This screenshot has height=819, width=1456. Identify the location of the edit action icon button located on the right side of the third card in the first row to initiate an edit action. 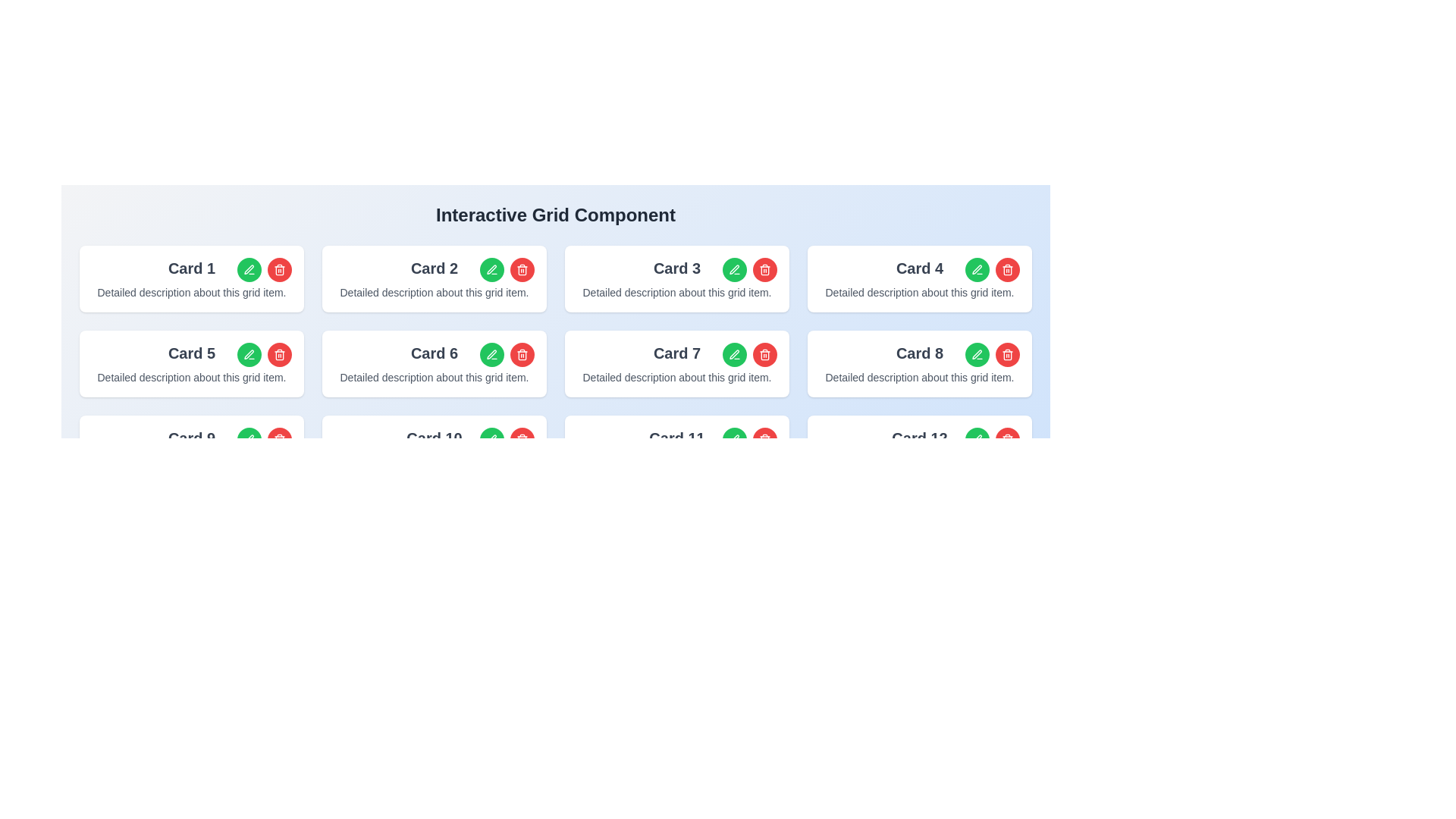
(734, 268).